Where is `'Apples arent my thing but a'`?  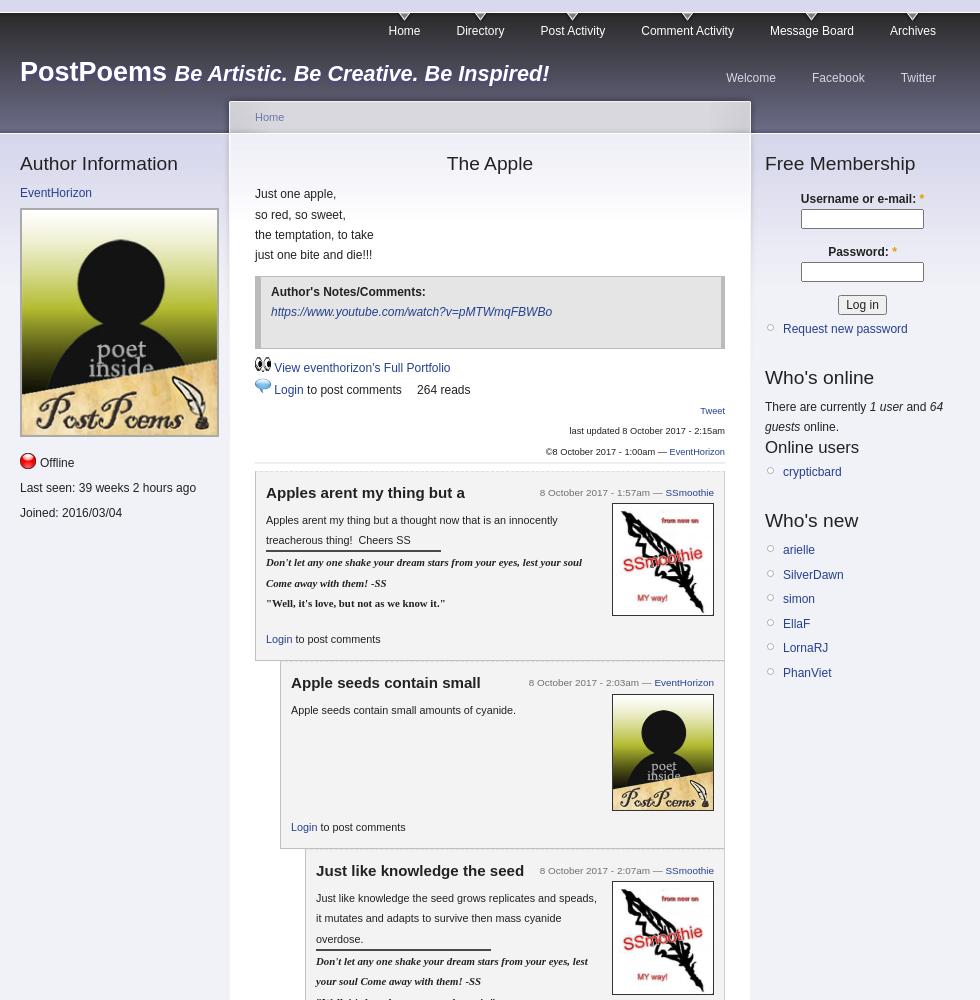
'Apples arent my thing but a' is located at coordinates (364, 490).